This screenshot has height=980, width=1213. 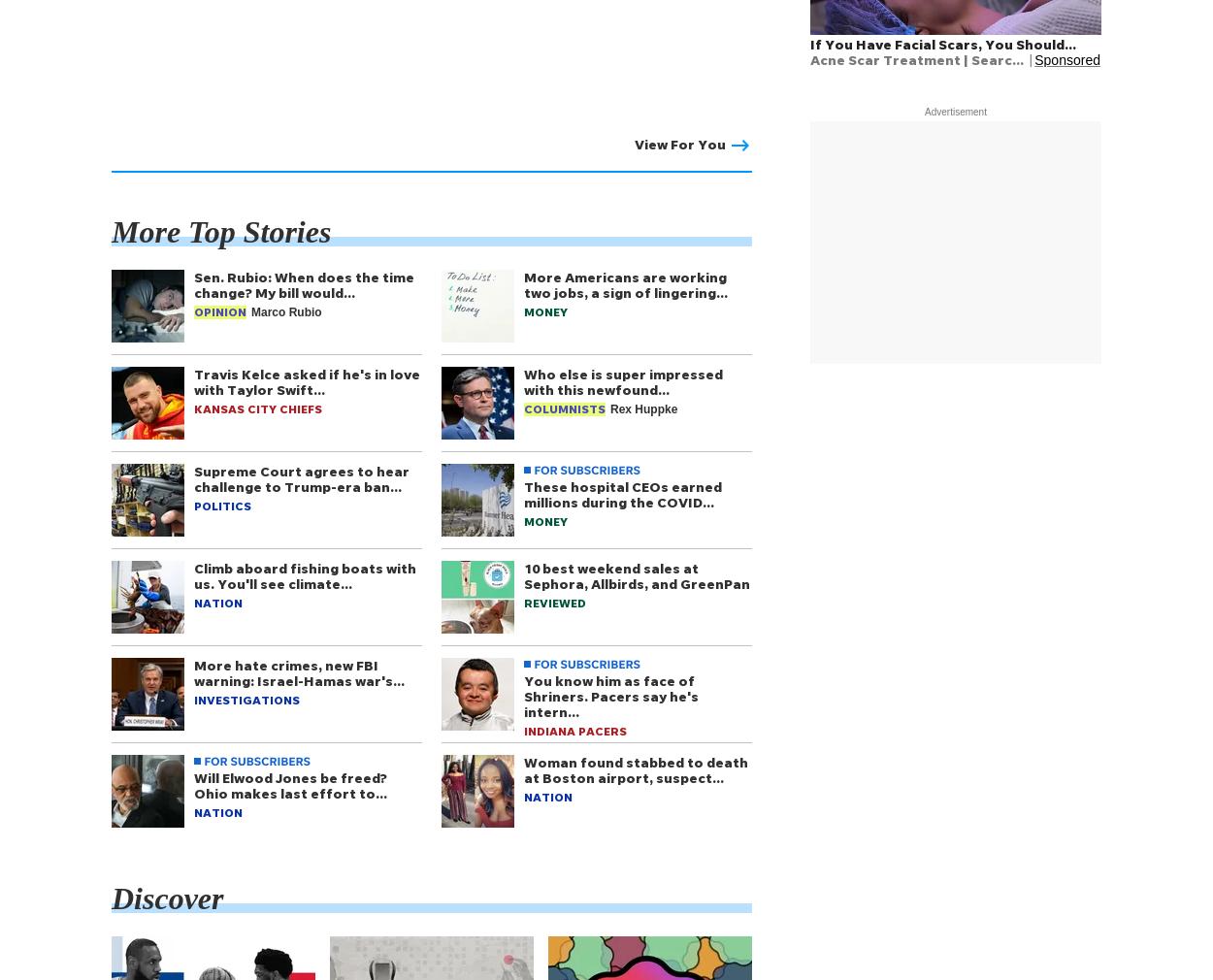 What do you see at coordinates (611, 695) in the screenshot?
I see `'You know him as face of Shriners. Pacers say he's intern…'` at bounding box center [611, 695].